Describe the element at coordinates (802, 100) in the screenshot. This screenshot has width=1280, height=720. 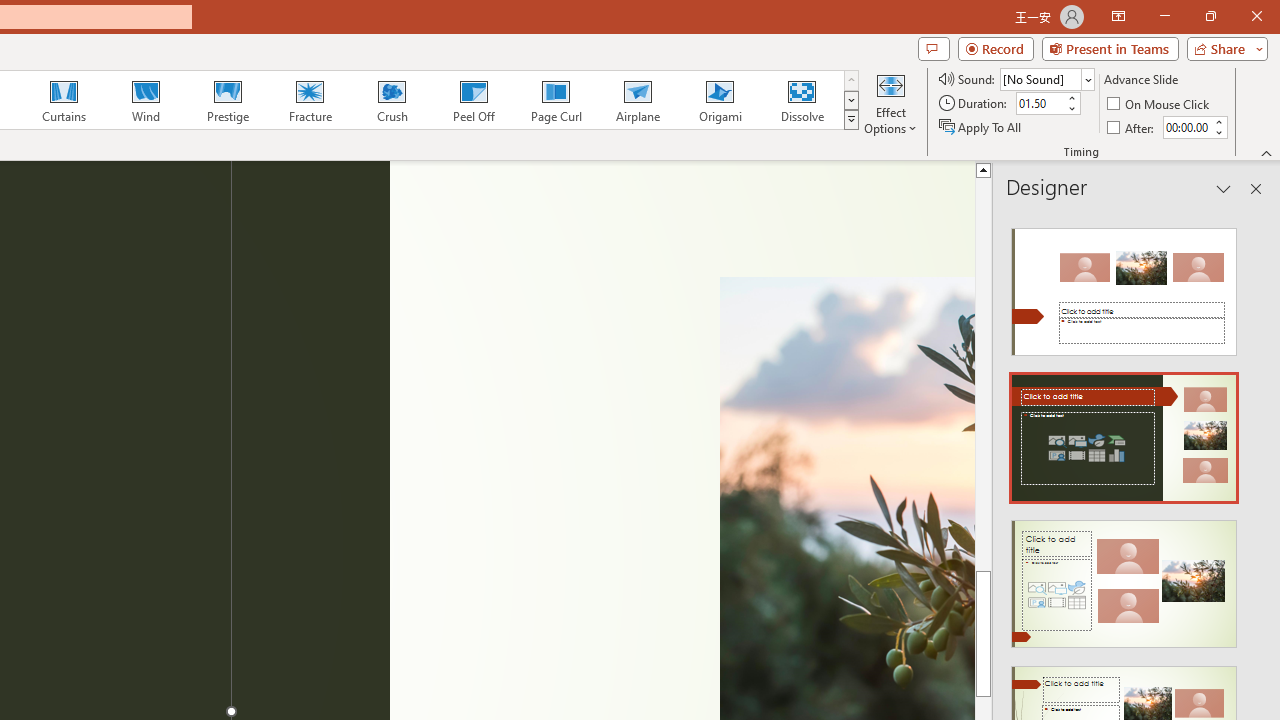
I see `'Dissolve'` at that location.